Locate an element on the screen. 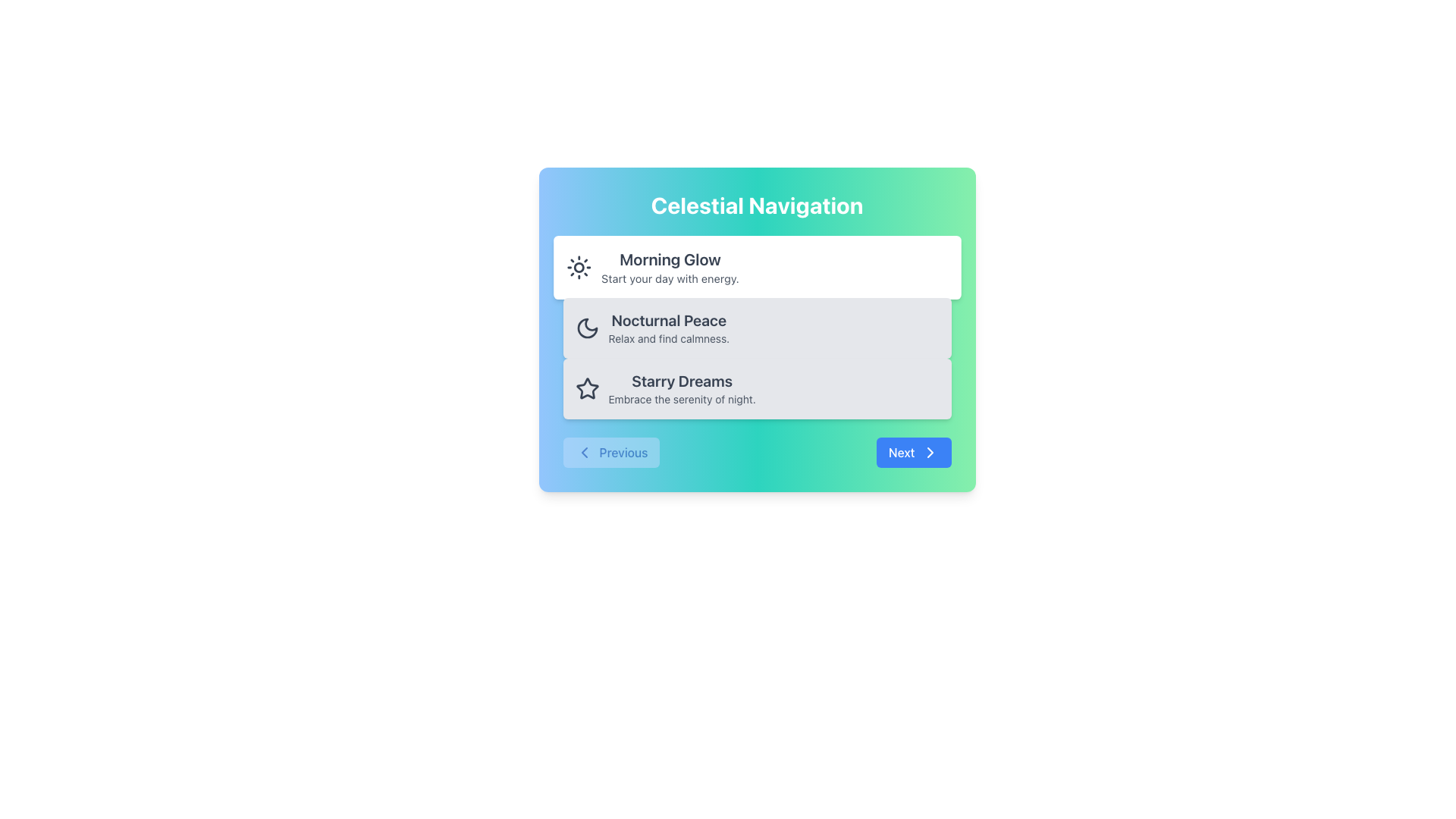  the left-pointing arrow icon within the 'Previous' button is located at coordinates (583, 452).